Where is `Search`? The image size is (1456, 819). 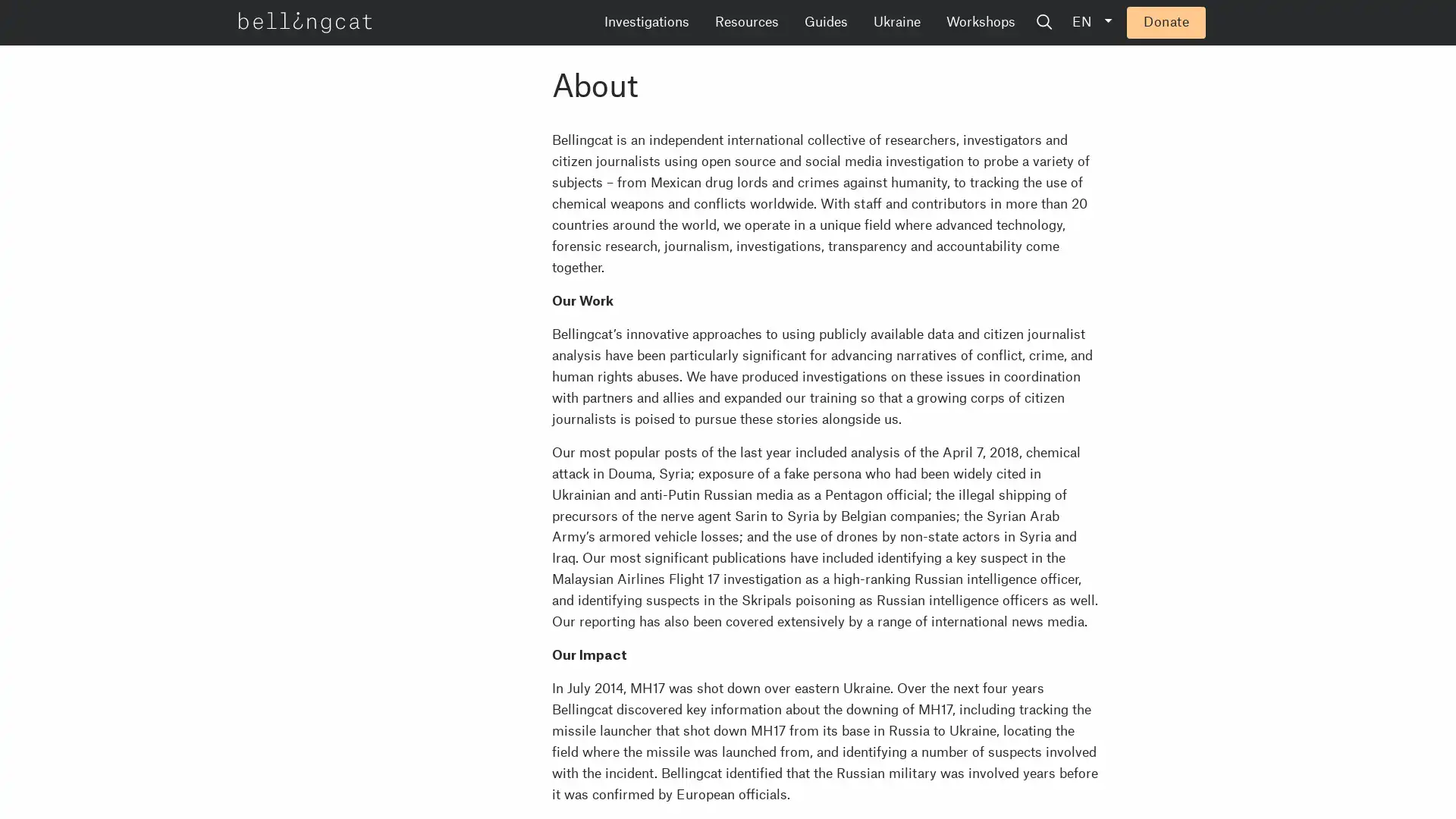 Search is located at coordinates (1159, 23).